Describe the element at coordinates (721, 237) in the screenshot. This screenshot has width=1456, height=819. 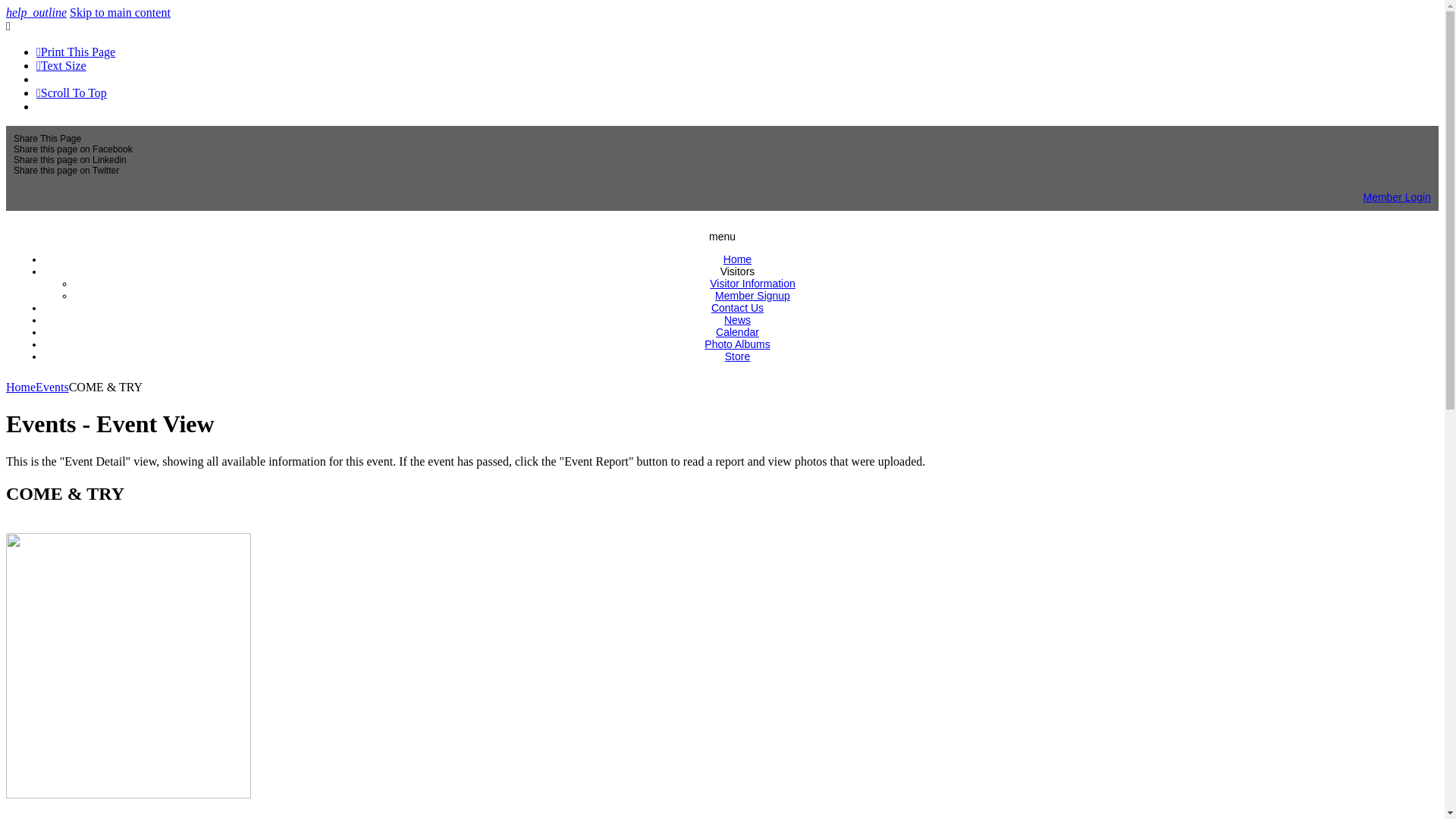
I see `'menu'` at that location.